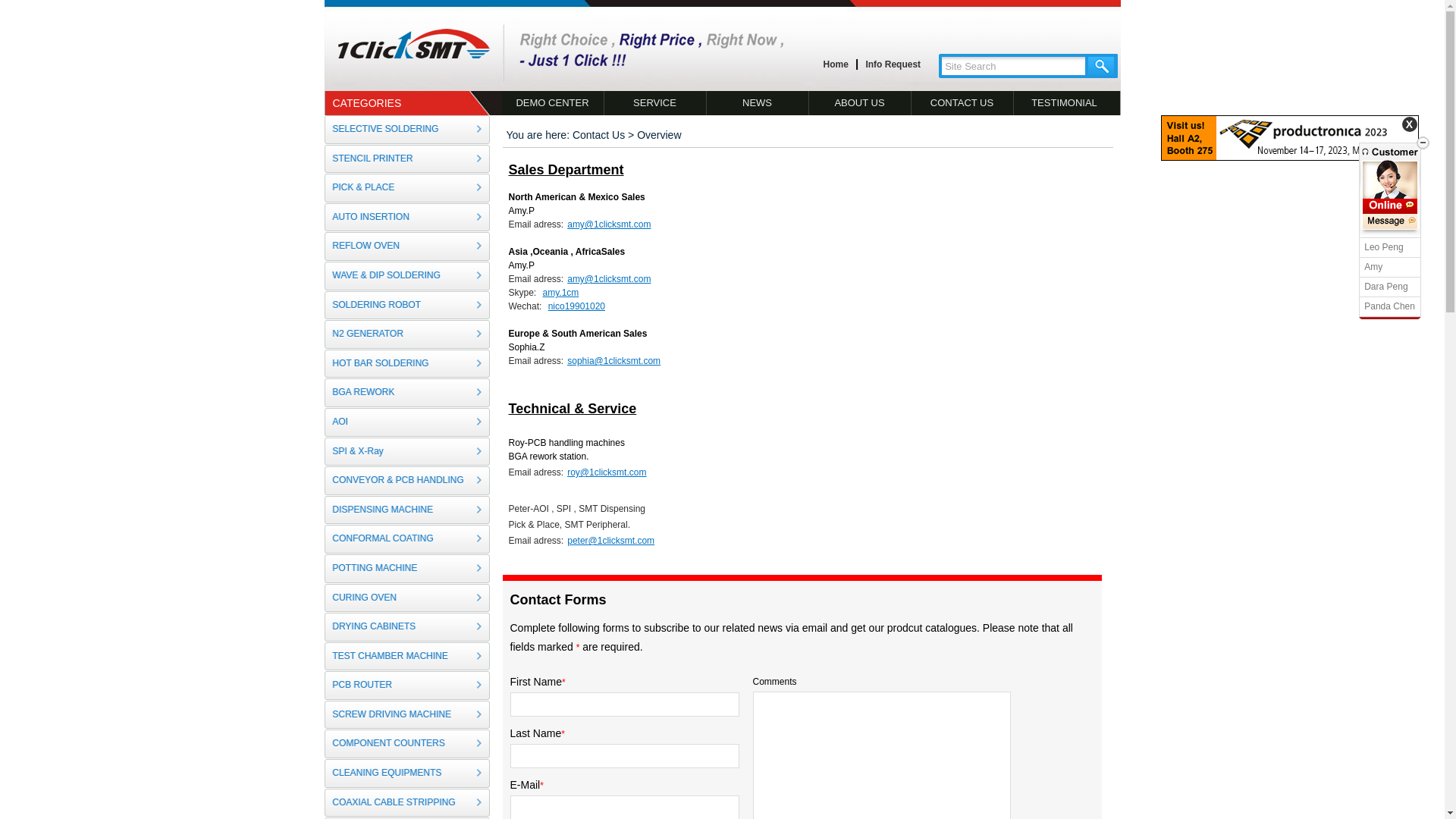 The width and height of the screenshot is (1456, 819). What do you see at coordinates (1012, 102) in the screenshot?
I see `'TESTIMONIAL'` at bounding box center [1012, 102].